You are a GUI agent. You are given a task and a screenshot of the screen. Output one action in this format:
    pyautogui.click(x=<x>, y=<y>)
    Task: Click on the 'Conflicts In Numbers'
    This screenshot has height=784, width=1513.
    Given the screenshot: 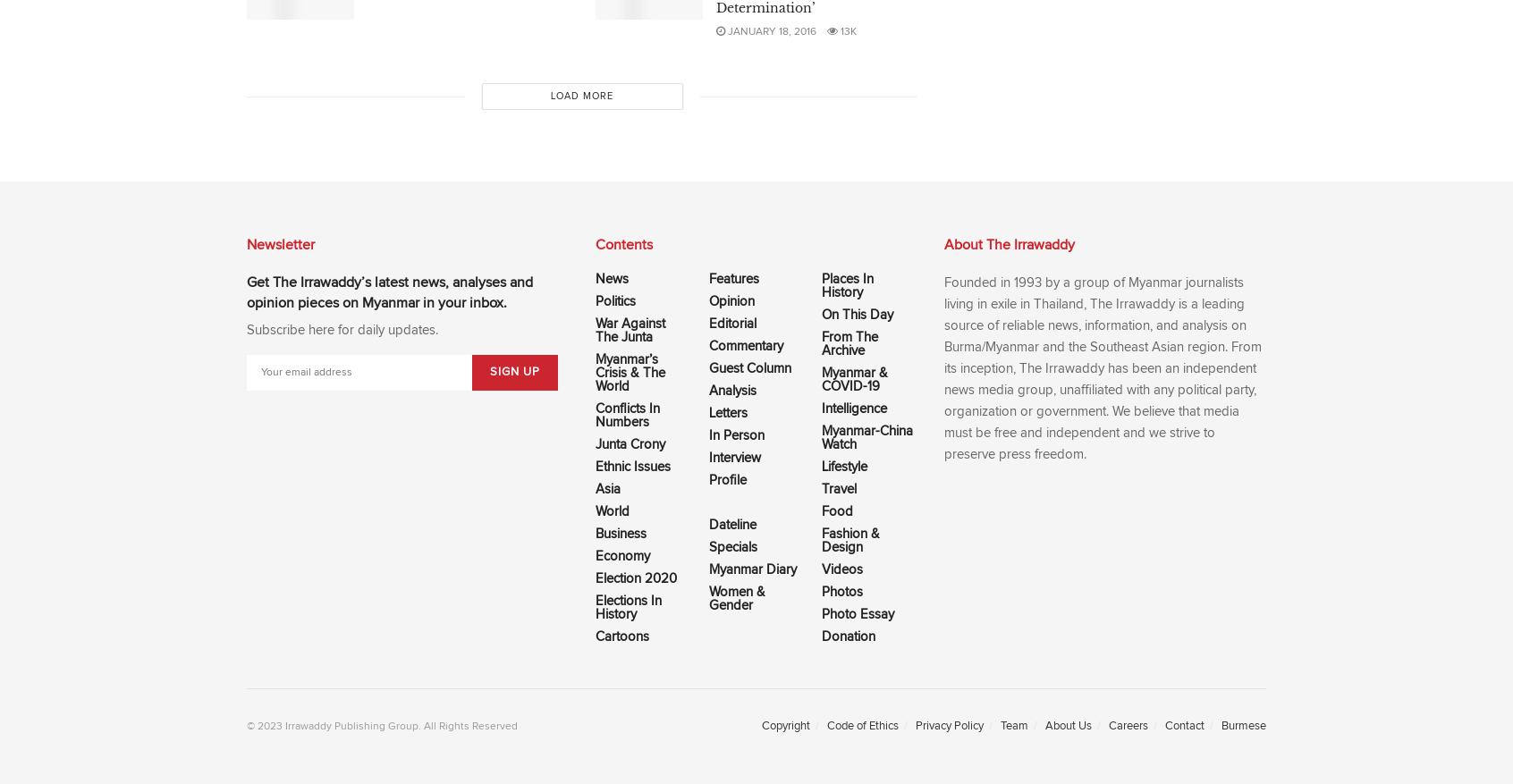 What is the action you would take?
    pyautogui.click(x=628, y=415)
    